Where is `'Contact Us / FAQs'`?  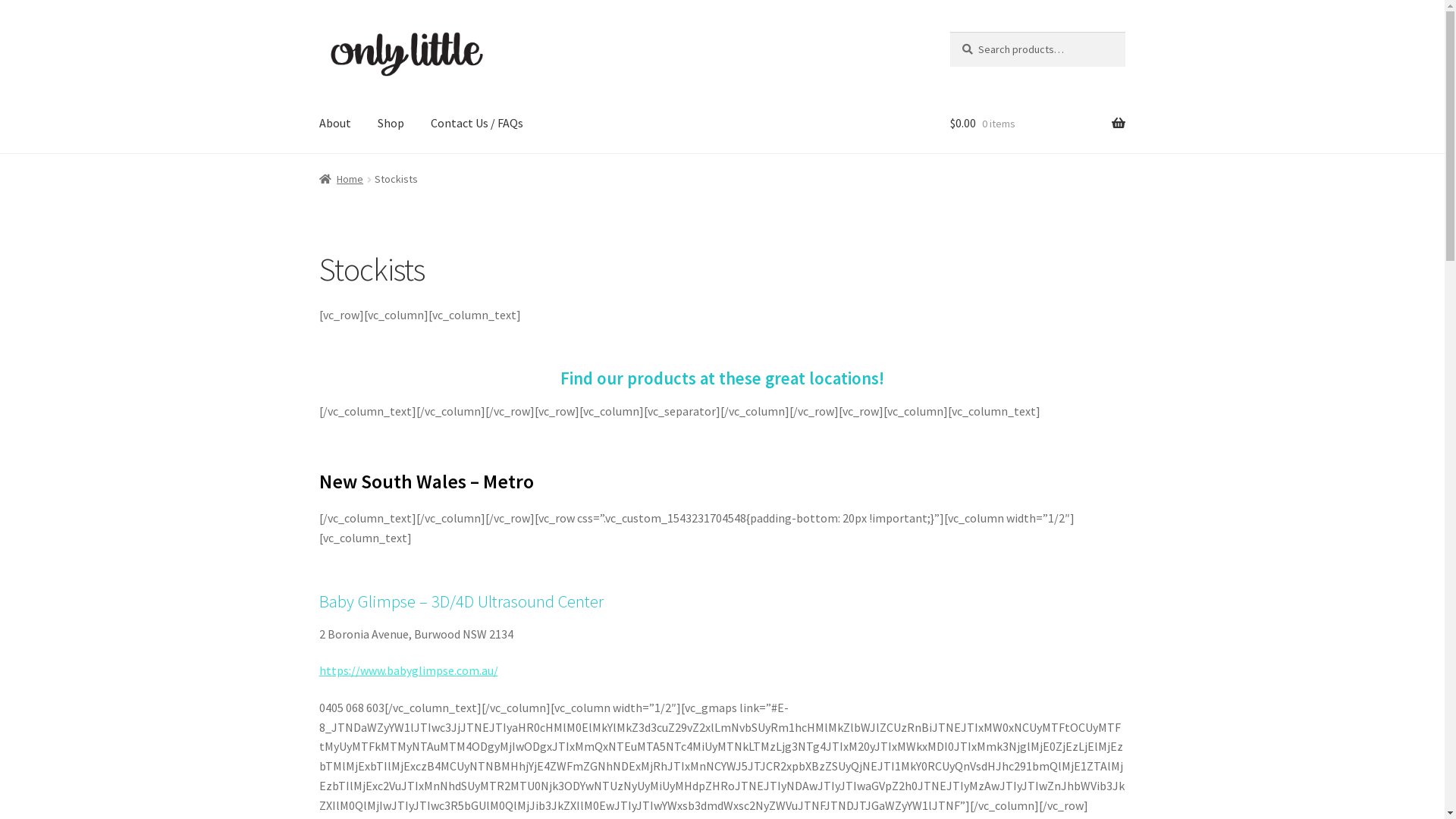
'Contact Us / FAQs' is located at coordinates (475, 122).